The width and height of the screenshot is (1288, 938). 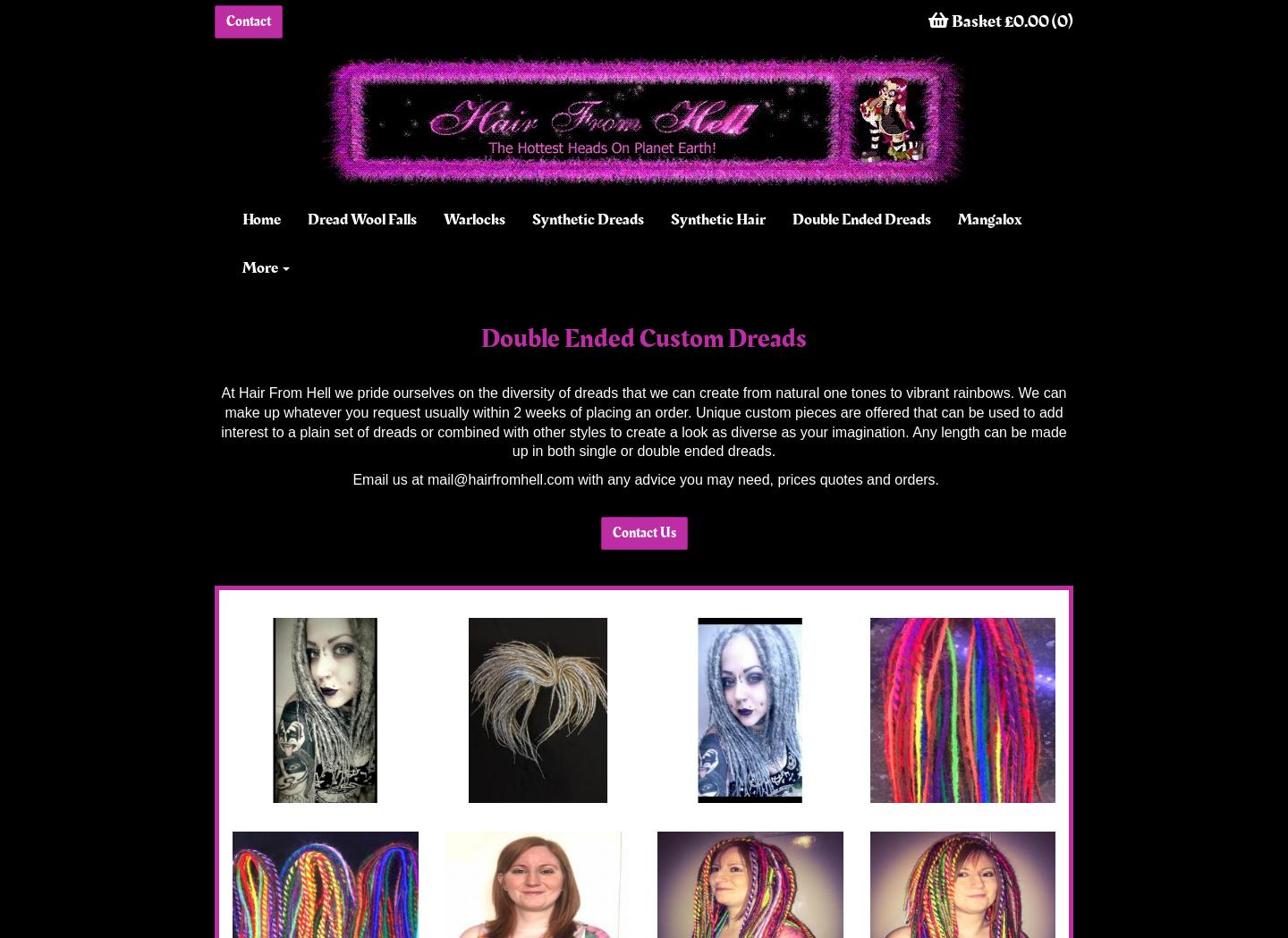 I want to click on 'Double Ended Custom Dreads', so click(x=644, y=337).